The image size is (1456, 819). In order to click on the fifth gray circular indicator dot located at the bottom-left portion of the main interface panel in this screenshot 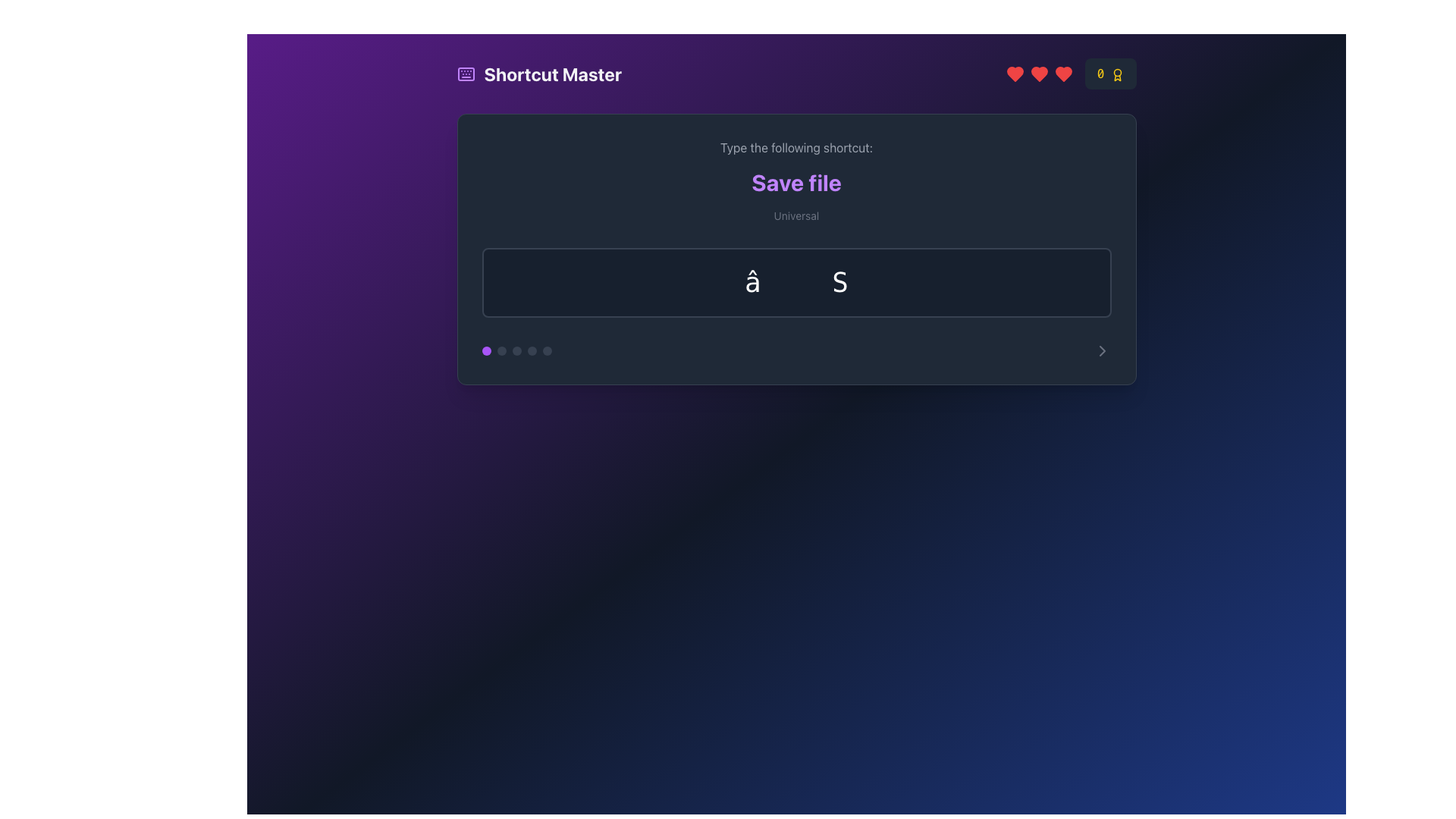, I will do `click(546, 350)`.